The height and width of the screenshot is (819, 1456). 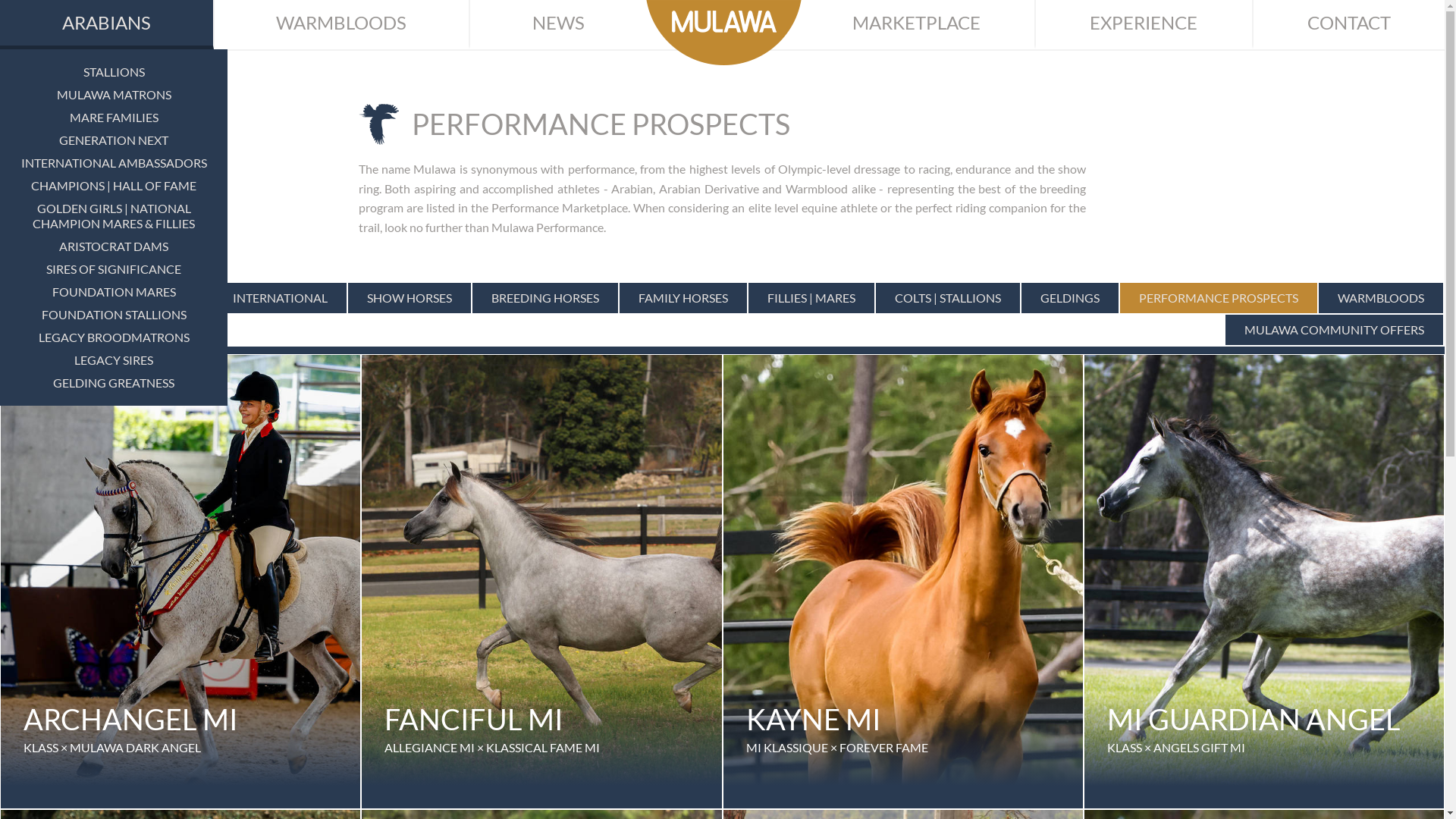 What do you see at coordinates (112, 292) in the screenshot?
I see `'FOUNDATION MARES'` at bounding box center [112, 292].